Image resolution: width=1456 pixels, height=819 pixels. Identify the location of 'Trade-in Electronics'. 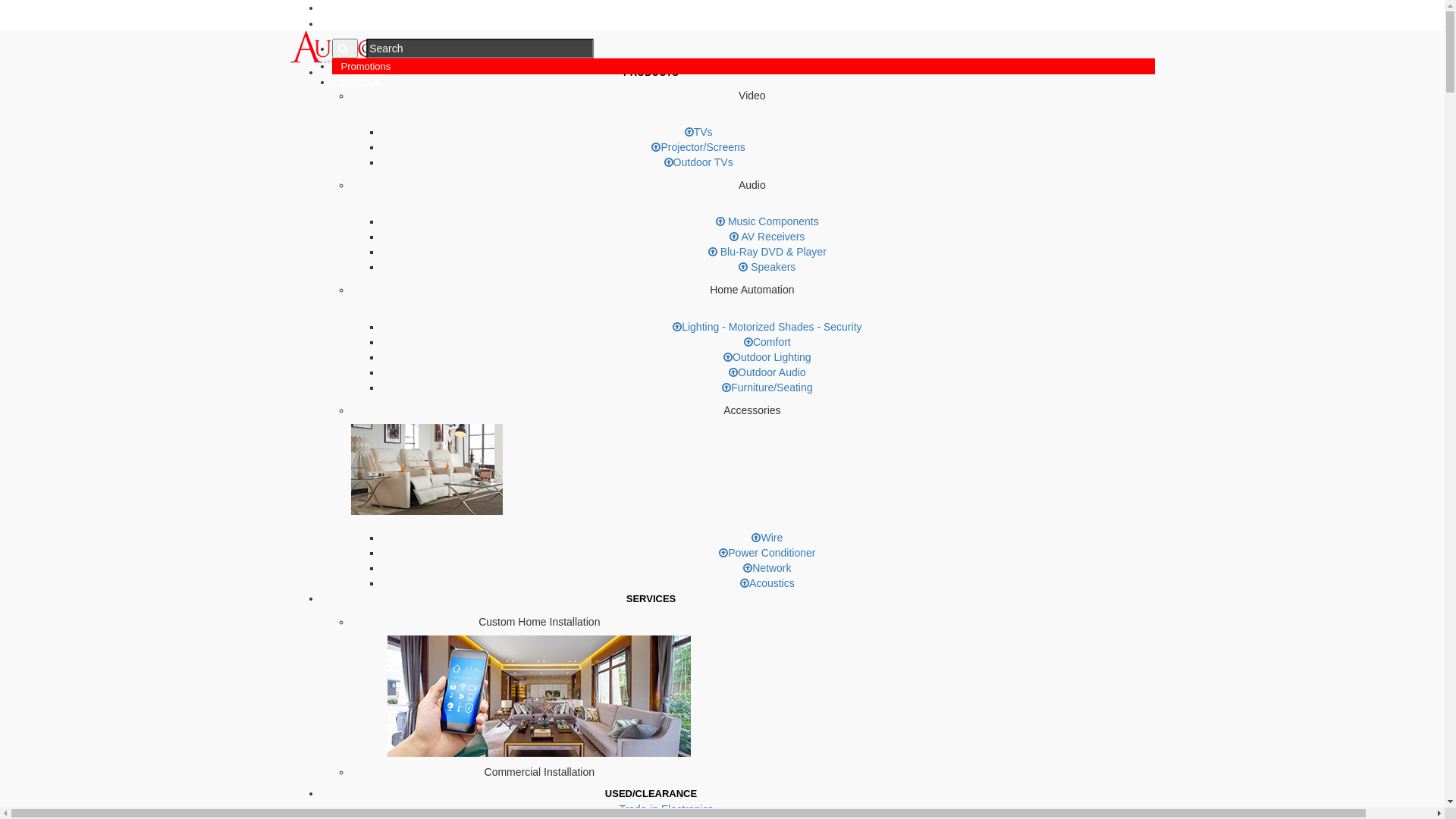
(666, 808).